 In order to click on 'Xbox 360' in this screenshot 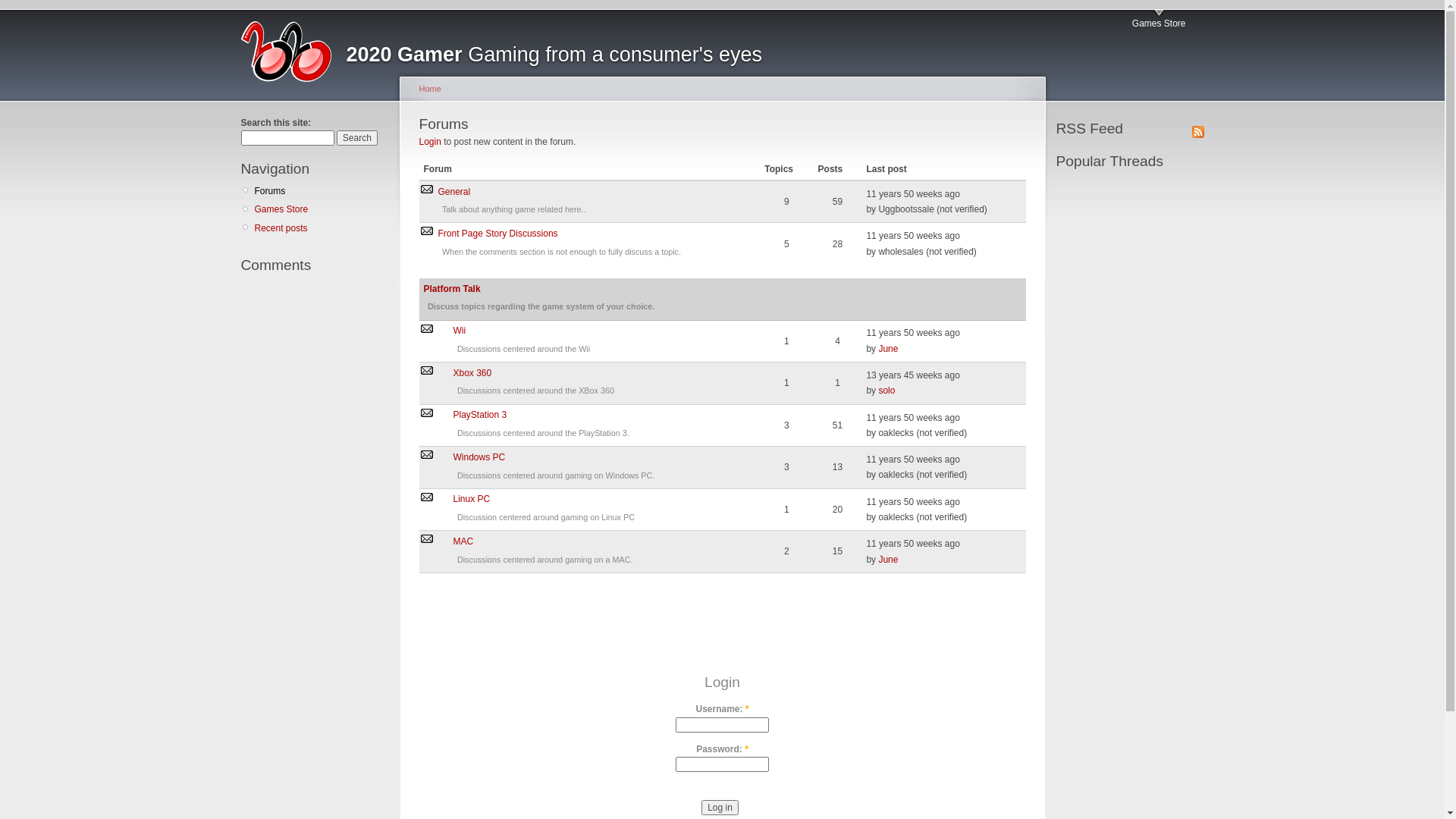, I will do `click(472, 373)`.